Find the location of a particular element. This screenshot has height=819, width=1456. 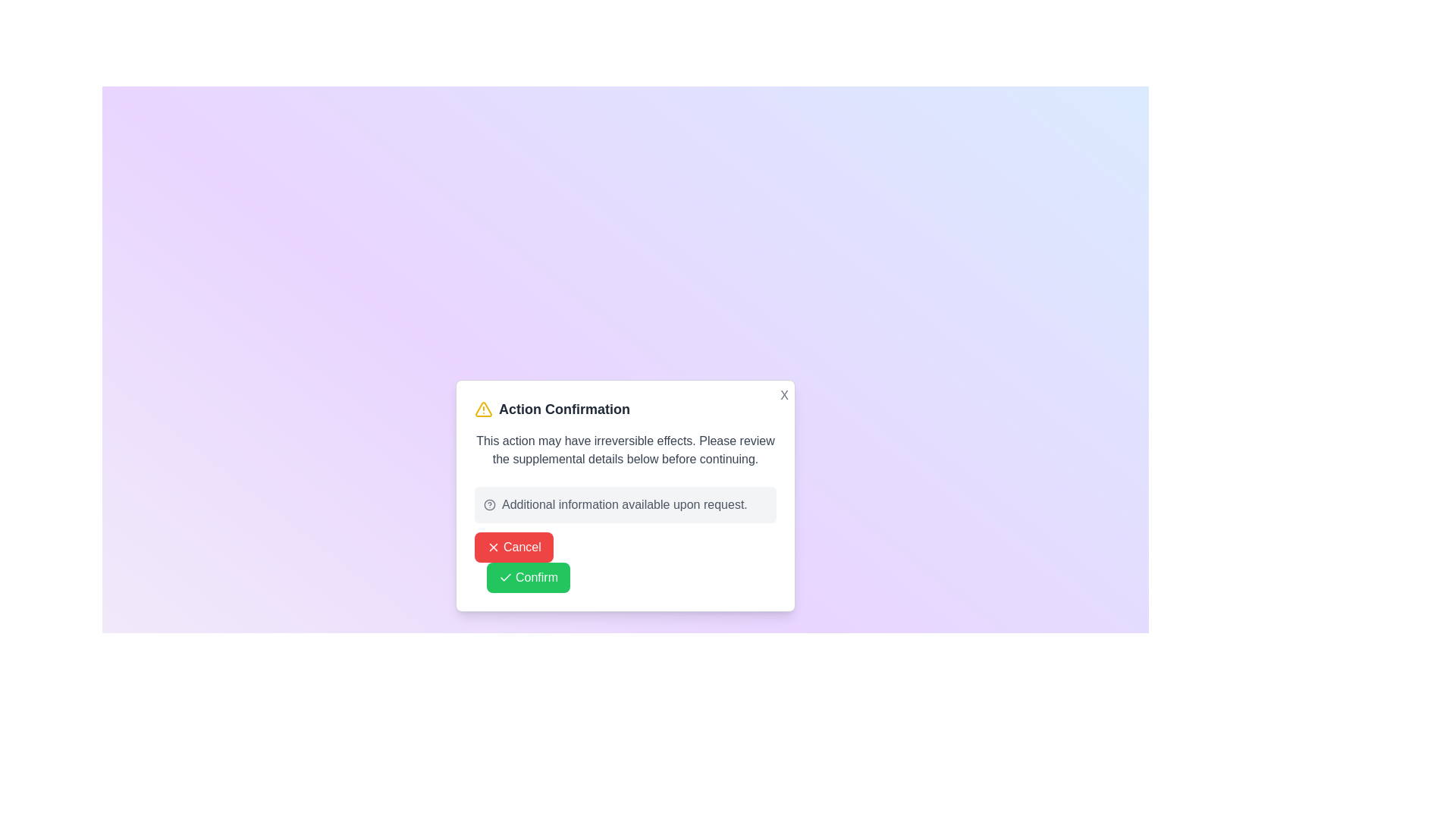

the icon located to the left of the text 'Additional information available upon request' in the confirmation dialog box is located at coordinates (490, 505).